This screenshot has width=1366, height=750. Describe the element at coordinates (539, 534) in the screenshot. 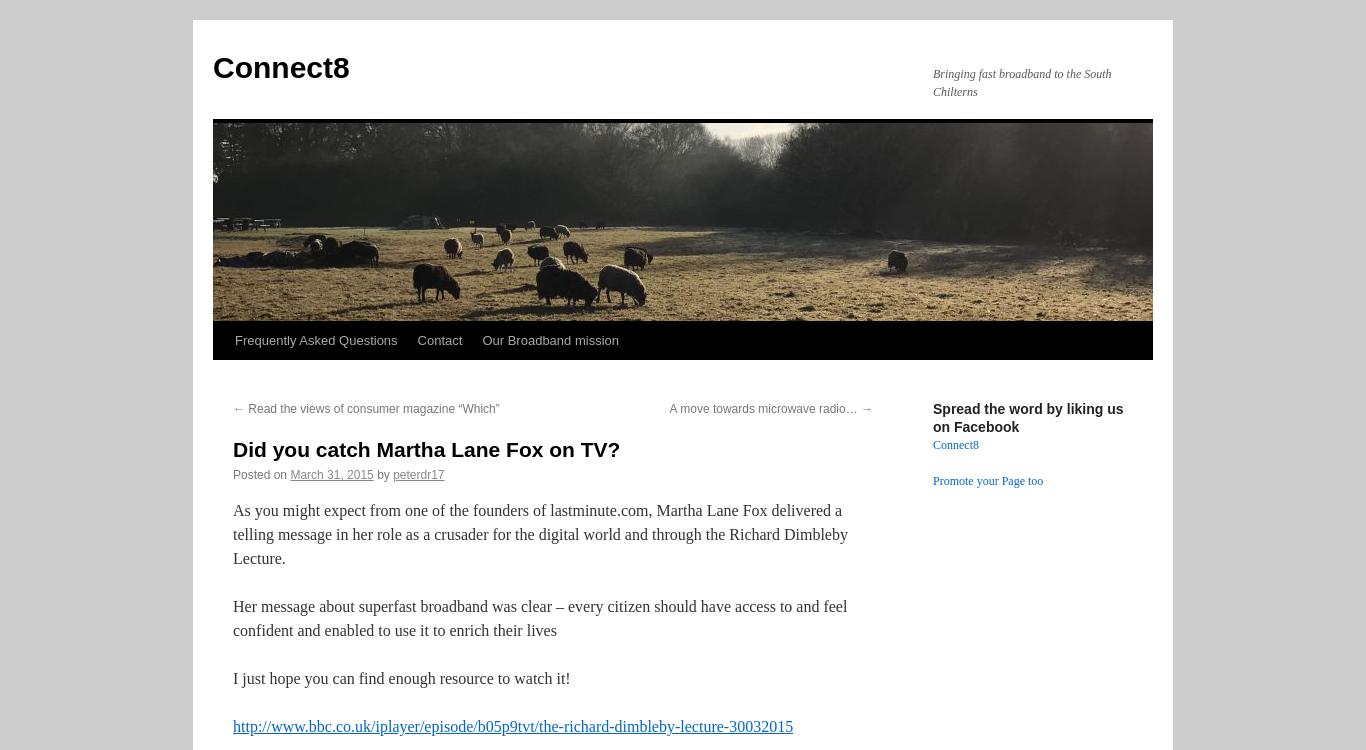

I see `'As you might expect from one of the founders of lastminute.com, Martha Lane Fox delivered a telling message in her role as a crusader for the digital world and through the Richard Dimbleby Lecture.'` at that location.